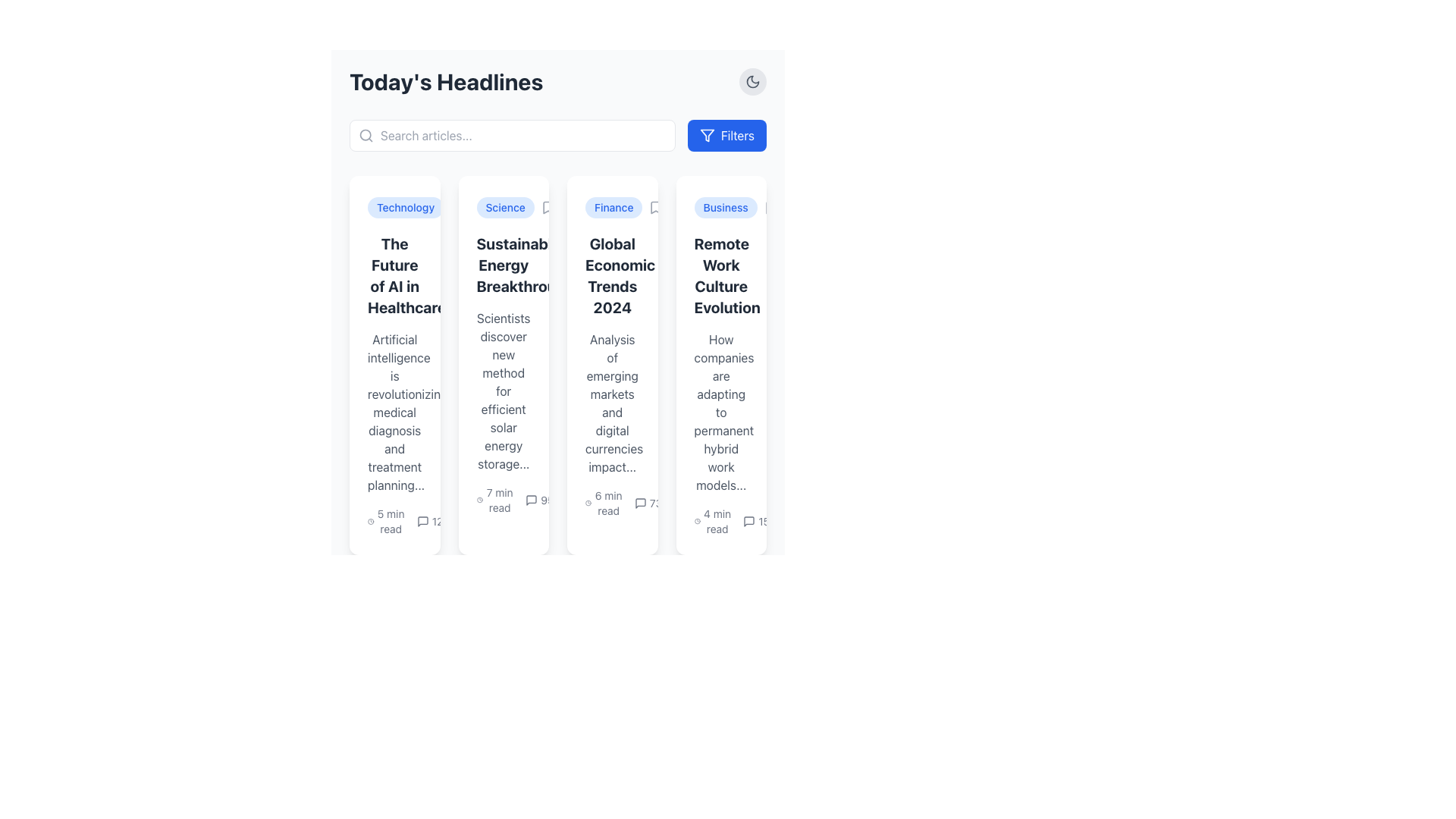  Describe the element at coordinates (505, 207) in the screenshot. I see `the 'Science' label located at the top of the card titled 'Sustainable Energy Breakthrough' in the second column of the grid layout` at that location.